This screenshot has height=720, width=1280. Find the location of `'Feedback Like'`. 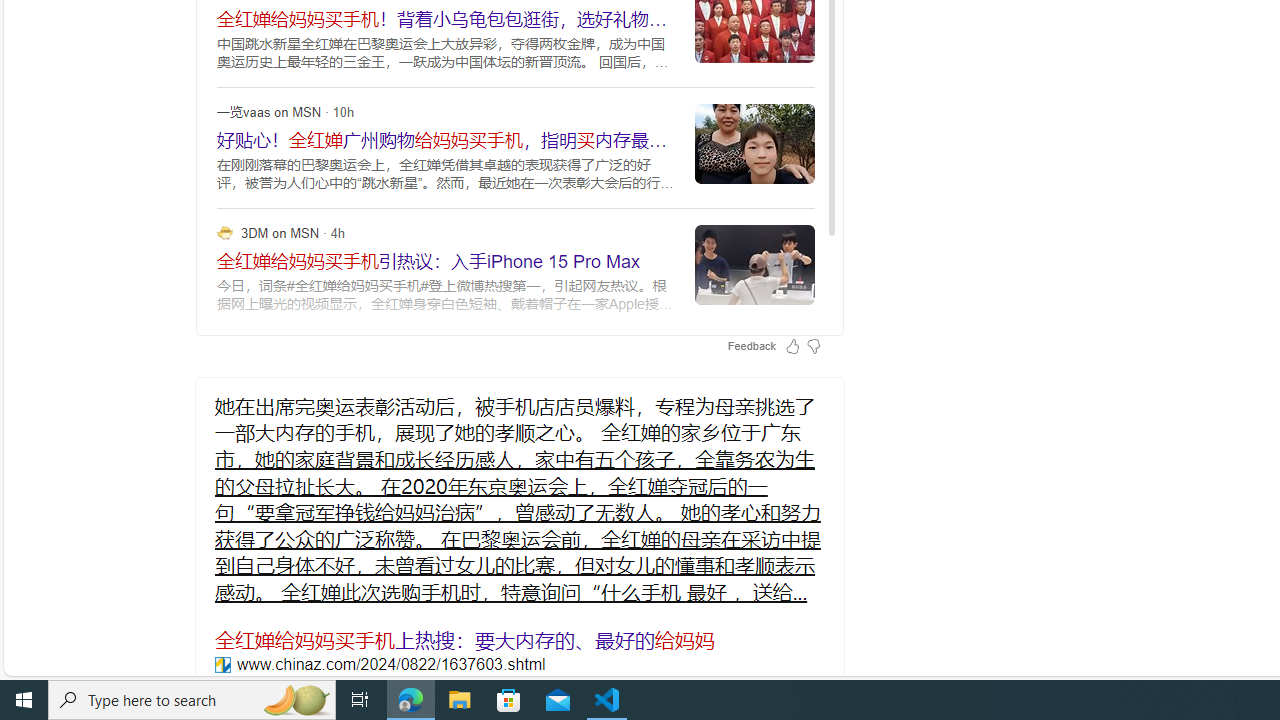

'Feedback Like' is located at coordinates (791, 344).